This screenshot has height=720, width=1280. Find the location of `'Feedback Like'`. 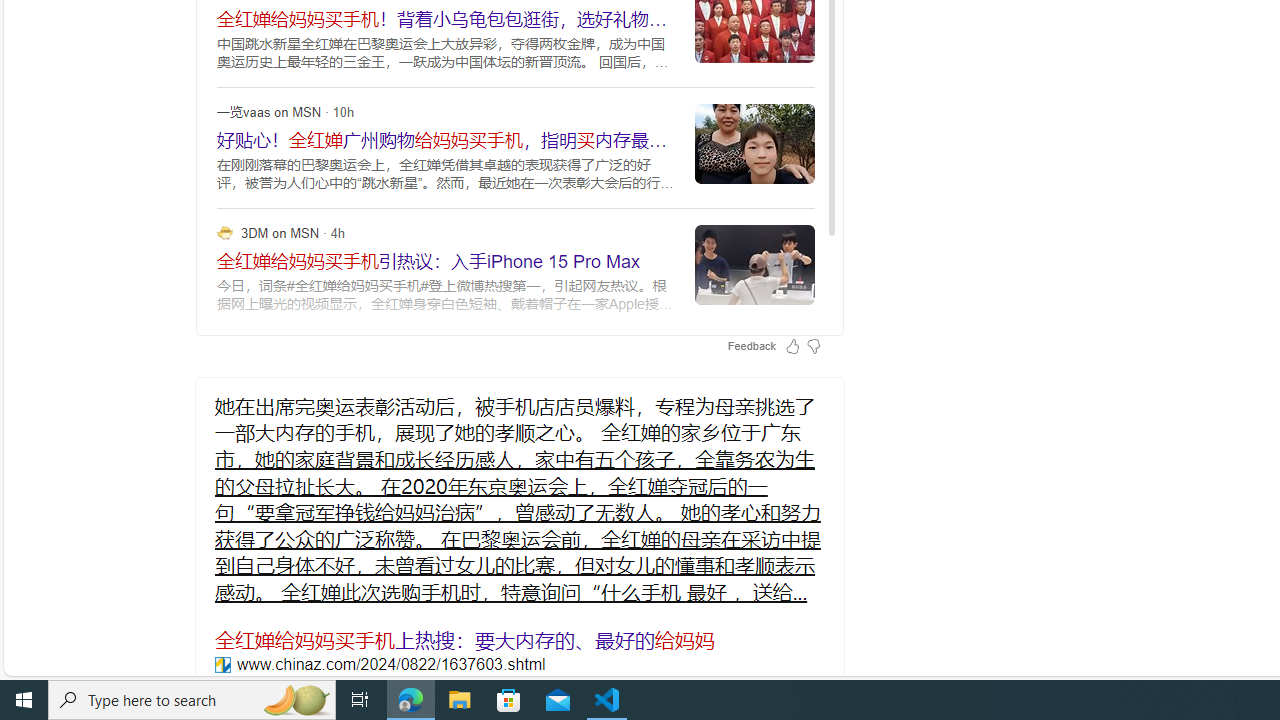

'Feedback Like' is located at coordinates (791, 344).